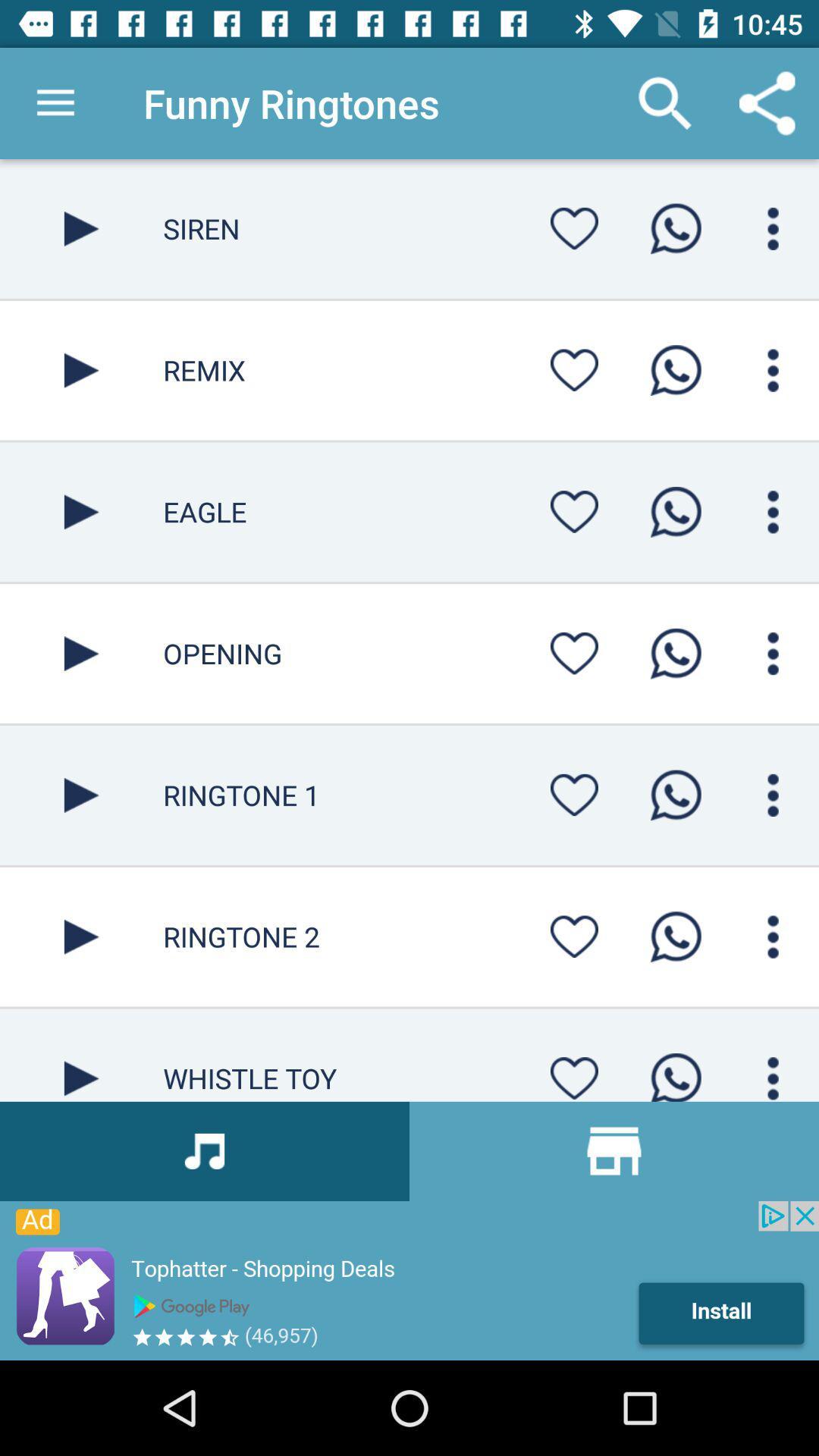  What do you see at coordinates (574, 512) in the screenshot?
I see `the song` at bounding box center [574, 512].